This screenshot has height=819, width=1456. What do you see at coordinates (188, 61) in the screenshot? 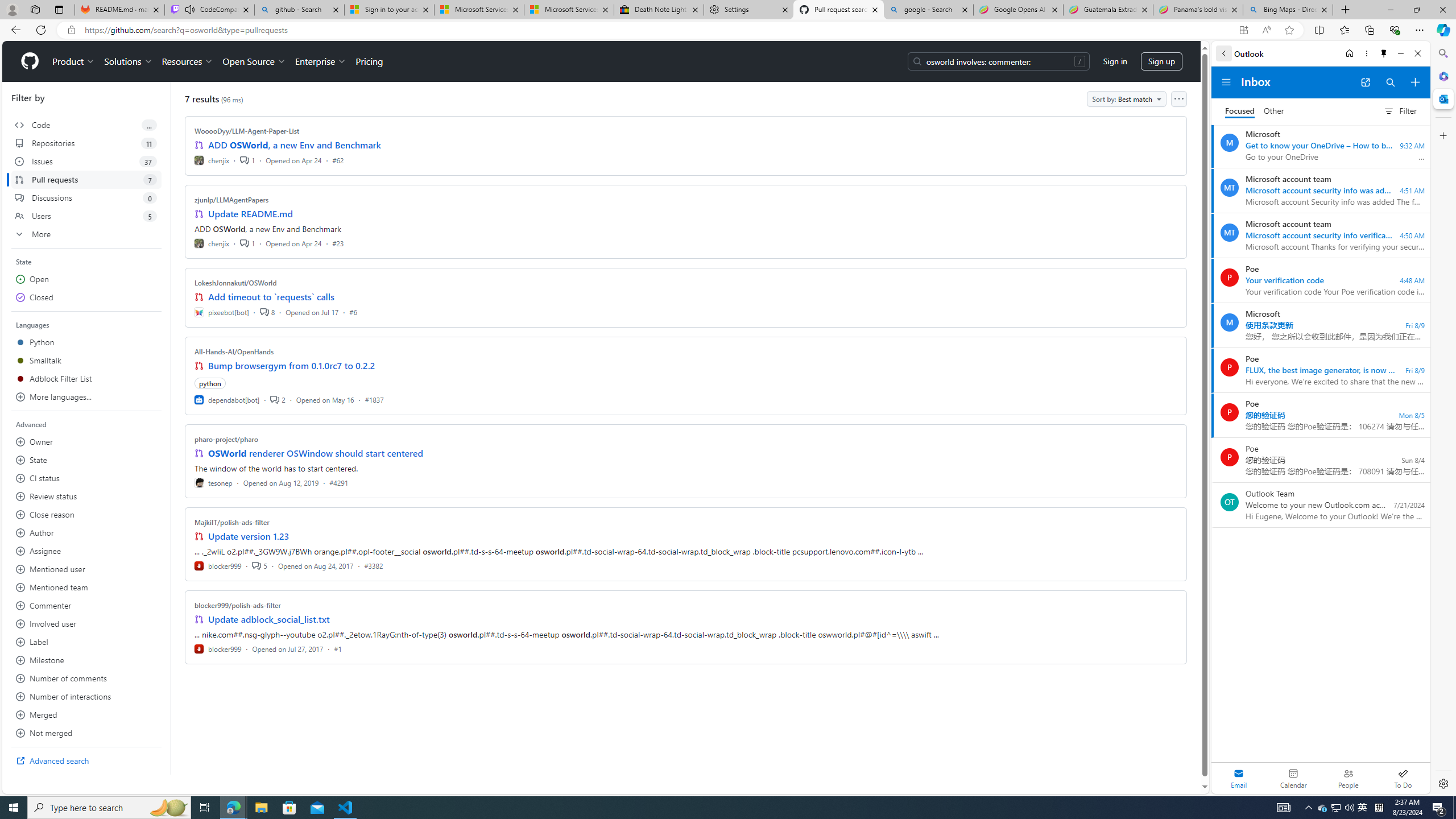
I see `'Resources'` at bounding box center [188, 61].